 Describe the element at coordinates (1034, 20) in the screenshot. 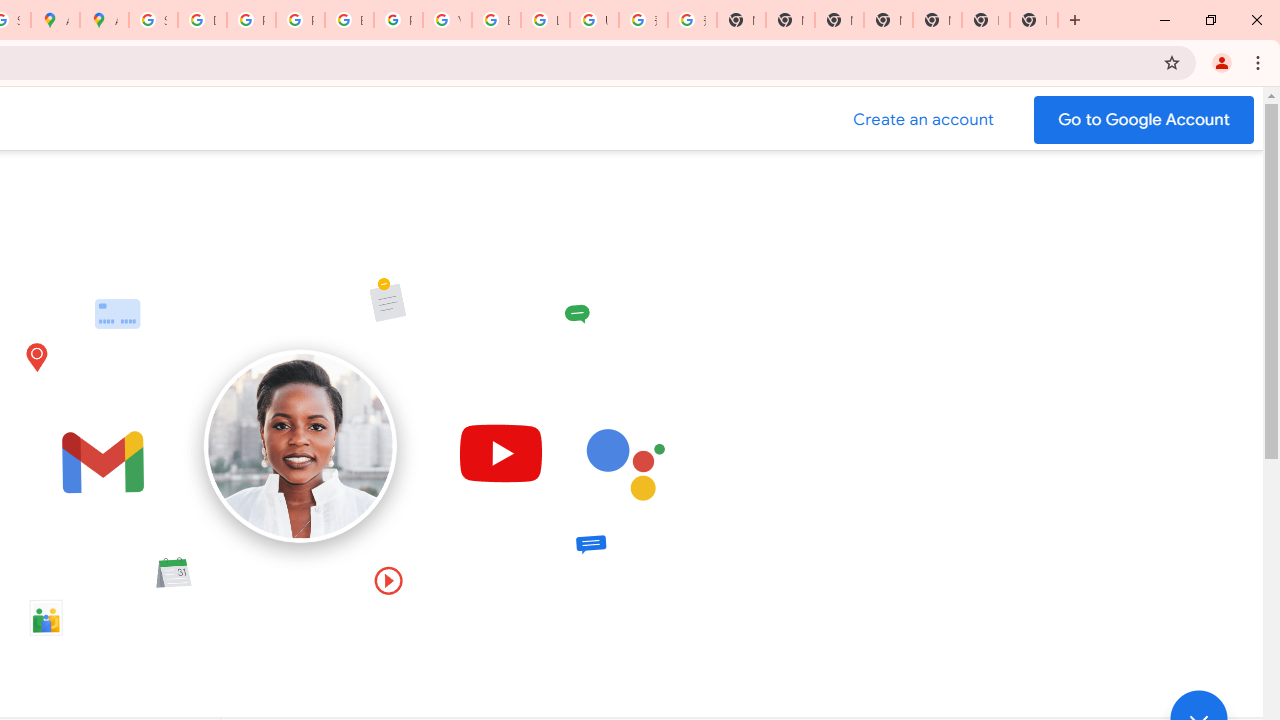

I see `'New Tab'` at that location.